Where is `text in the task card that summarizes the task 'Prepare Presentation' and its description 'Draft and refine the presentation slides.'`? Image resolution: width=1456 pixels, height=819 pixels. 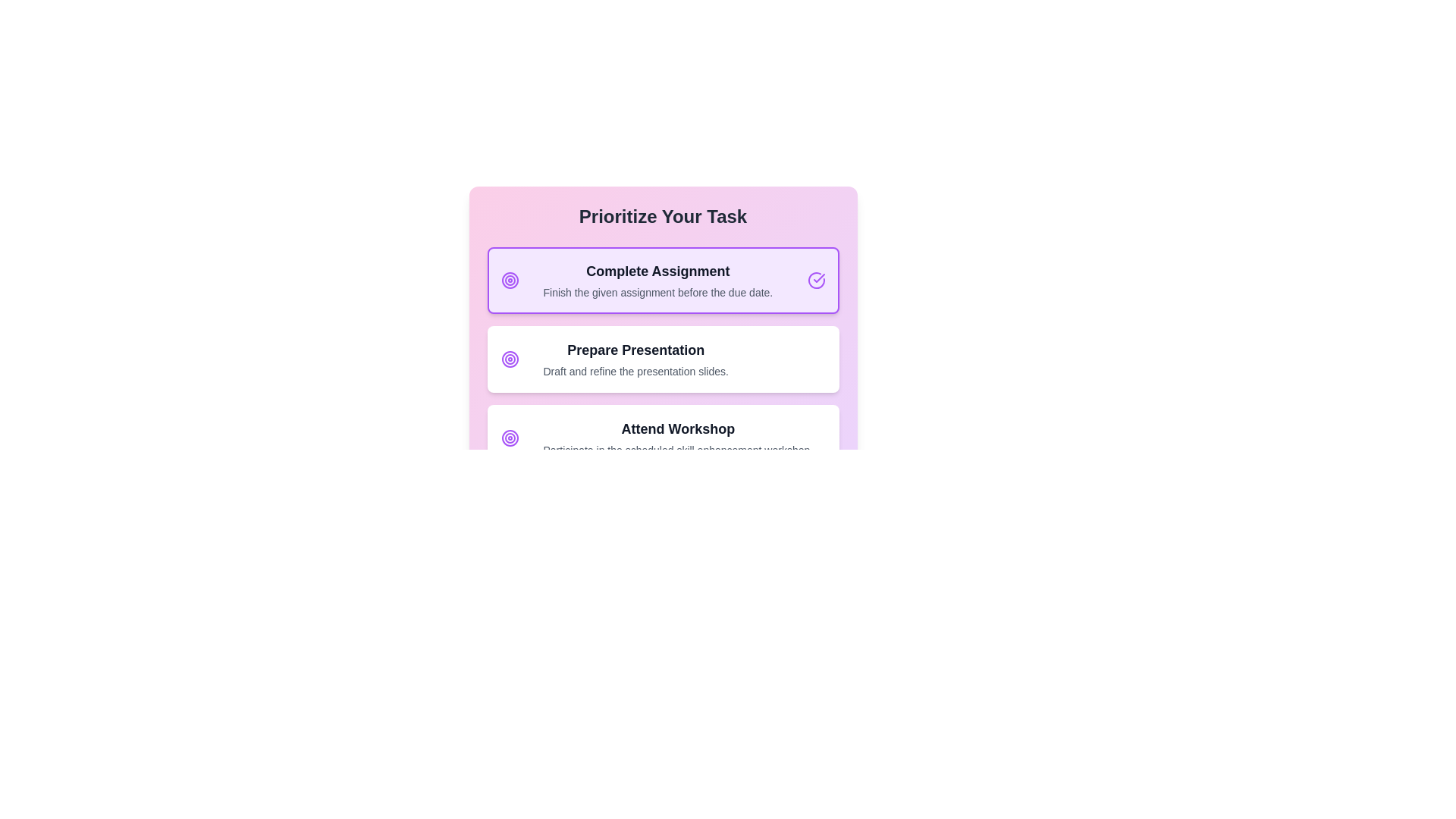
text in the task card that summarizes the task 'Prepare Presentation' and its description 'Draft and refine the presentation slides.' is located at coordinates (663, 359).